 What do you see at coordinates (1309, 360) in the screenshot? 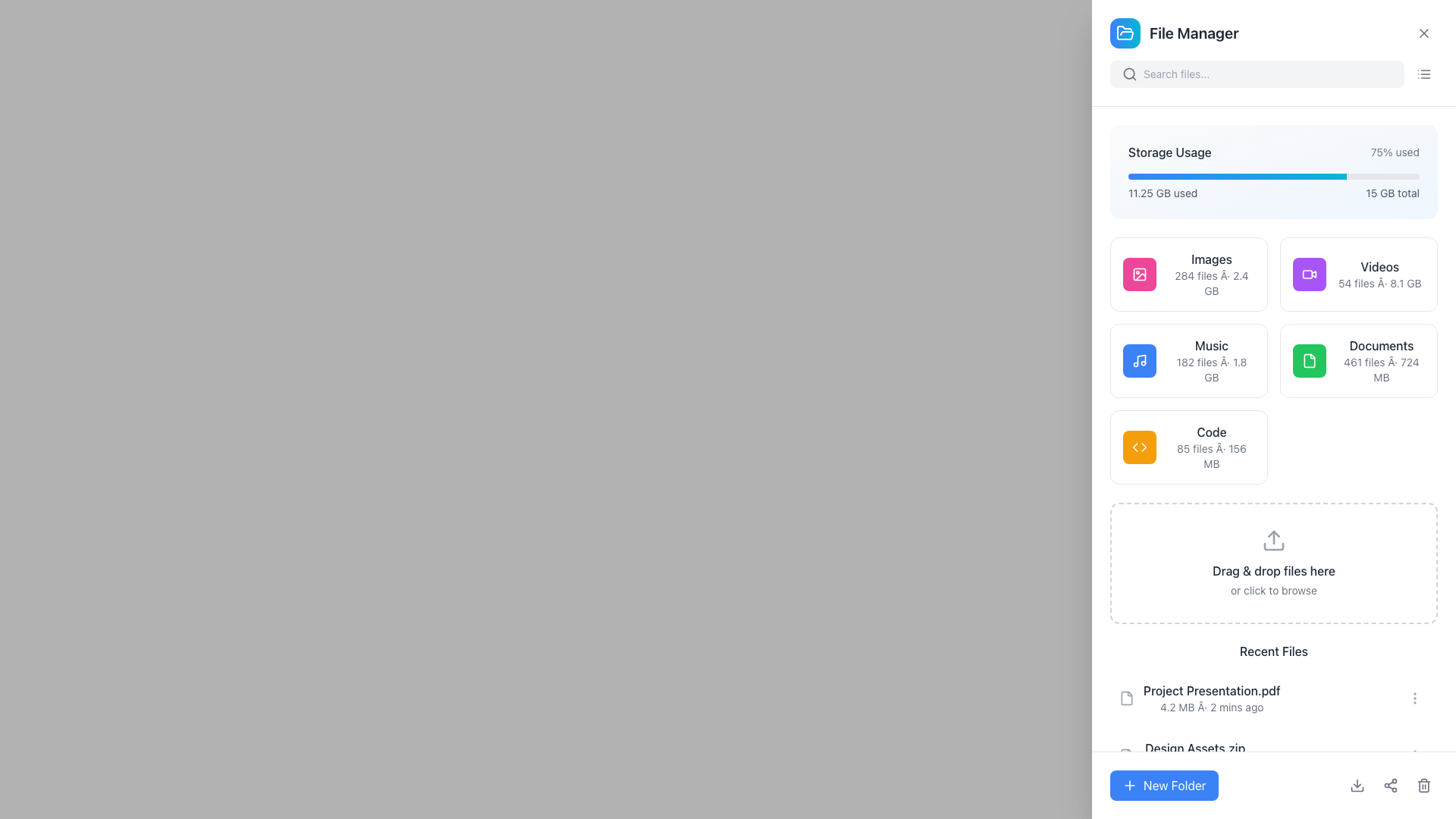
I see `the file icon with rounded edges, styled in white, located within the green square area in the 'Documents' section of the dashboard` at bounding box center [1309, 360].